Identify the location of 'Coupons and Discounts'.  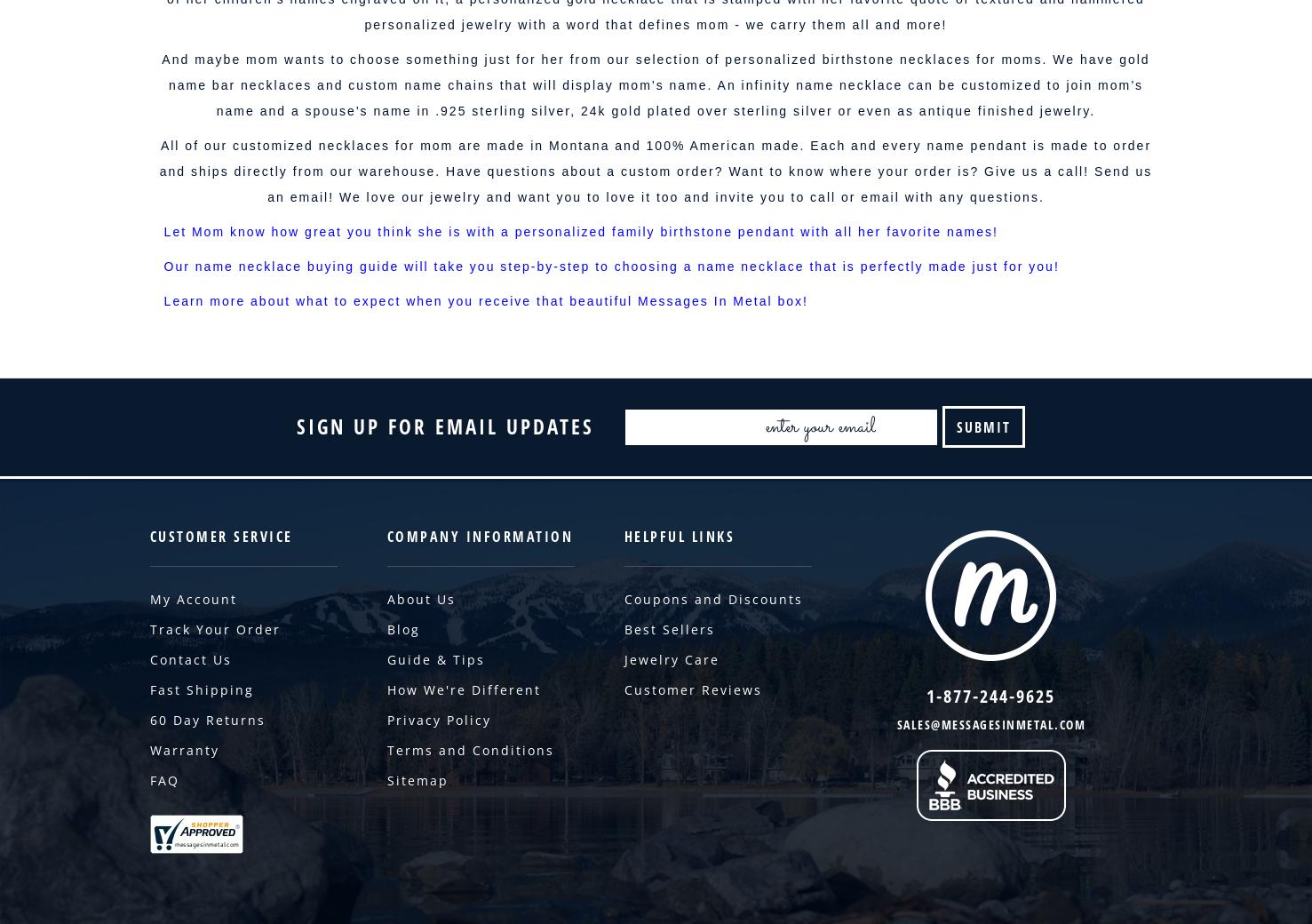
(712, 599).